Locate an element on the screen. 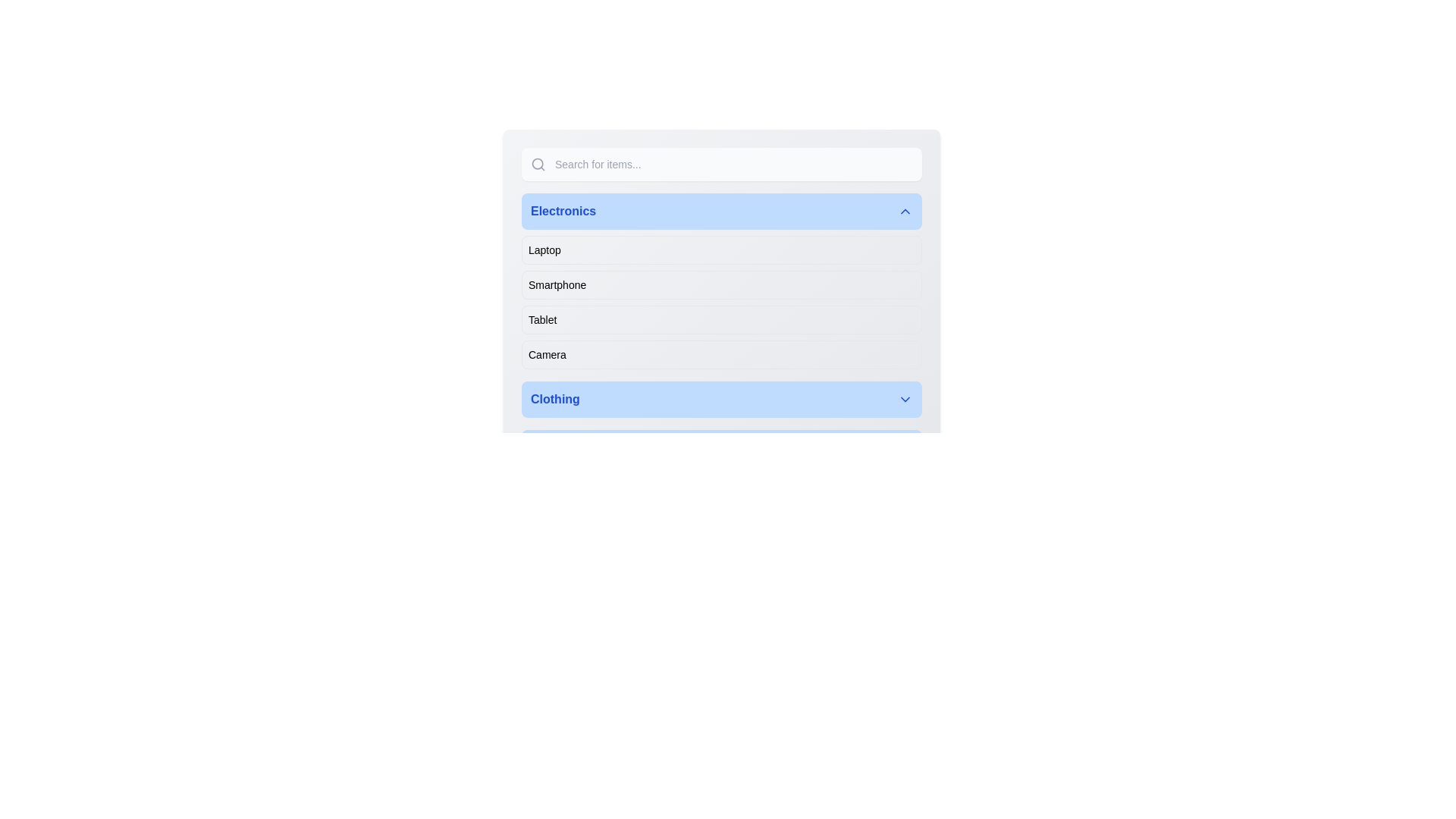 The height and width of the screenshot is (819, 1456). the 'Clothing' text label element, which is a bold blue font on a light blue background is located at coordinates (554, 399).